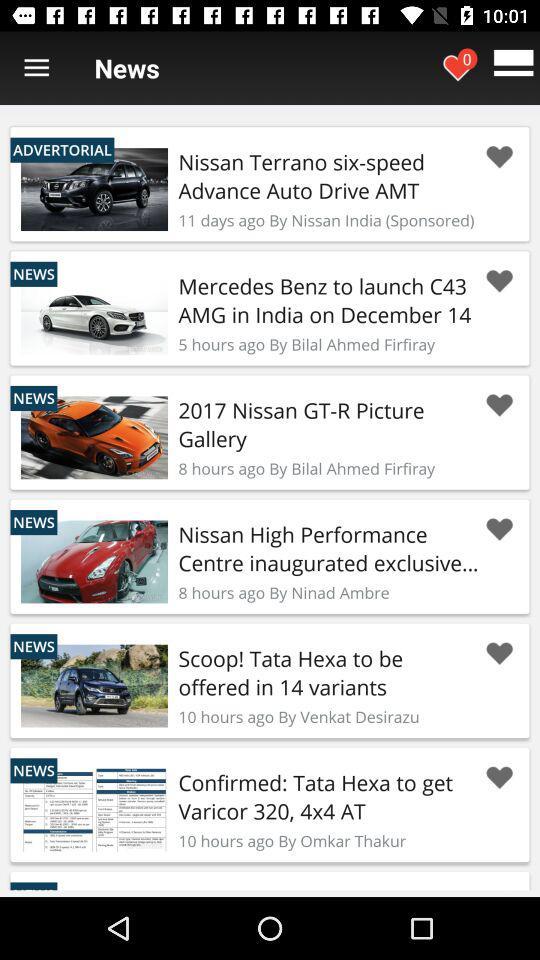 The image size is (540, 960). What do you see at coordinates (498, 528) in the screenshot?
I see `this button allows to set that element as a favorite one` at bounding box center [498, 528].